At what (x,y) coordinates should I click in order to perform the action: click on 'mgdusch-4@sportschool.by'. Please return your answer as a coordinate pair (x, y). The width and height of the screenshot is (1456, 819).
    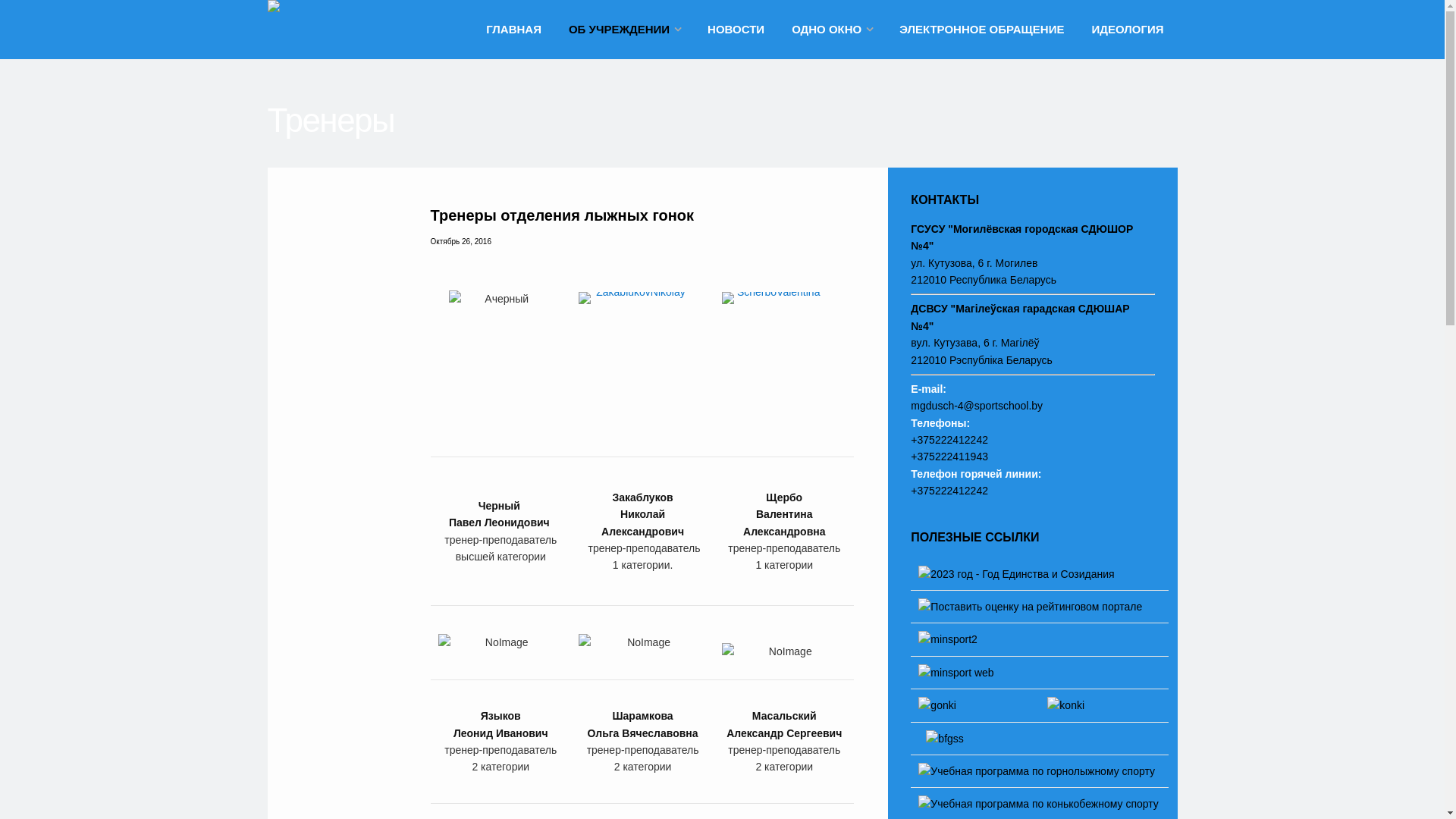
    Looking at the image, I should click on (976, 405).